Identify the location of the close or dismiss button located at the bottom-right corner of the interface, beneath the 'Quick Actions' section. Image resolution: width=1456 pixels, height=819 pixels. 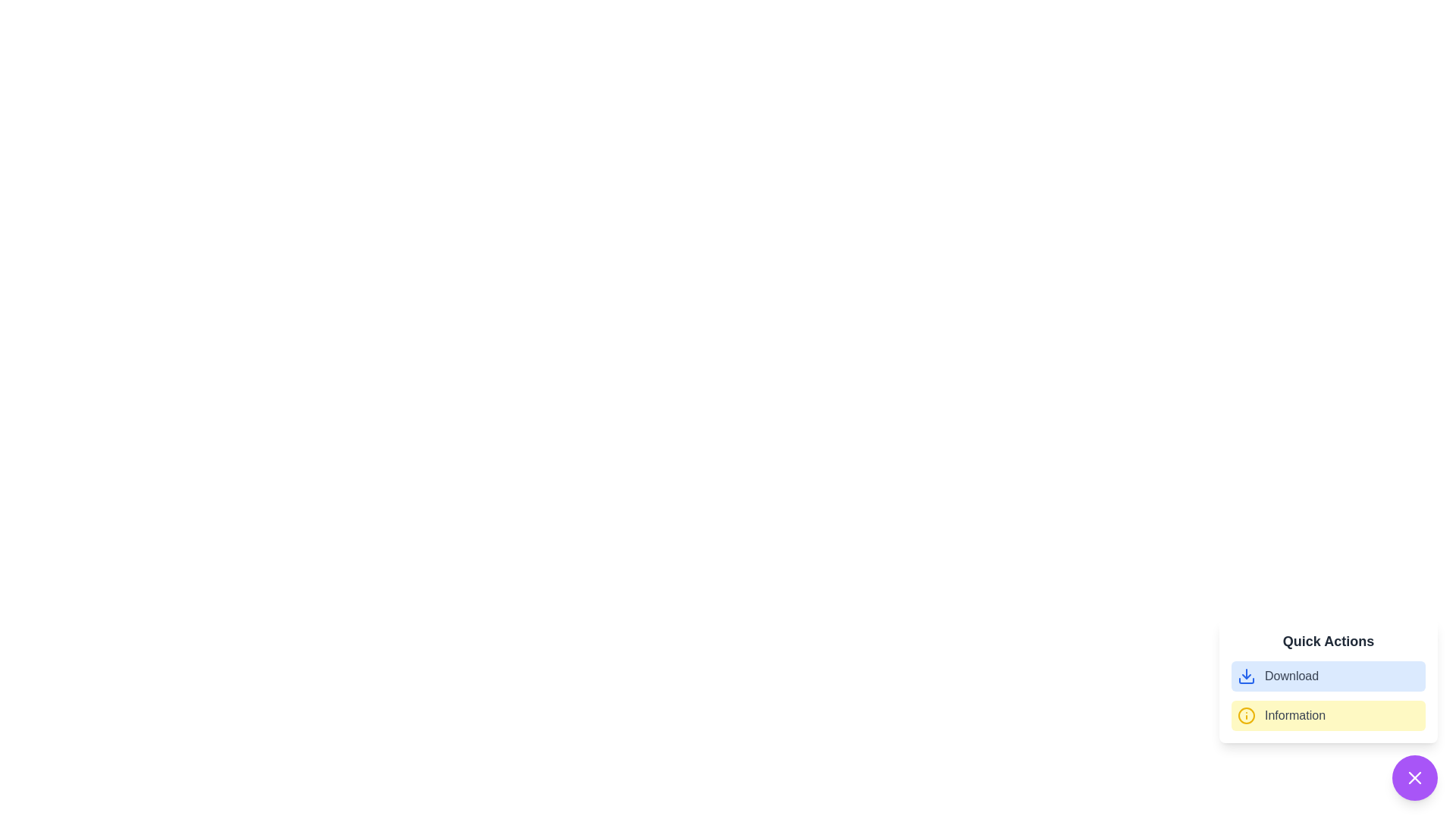
(1414, 778).